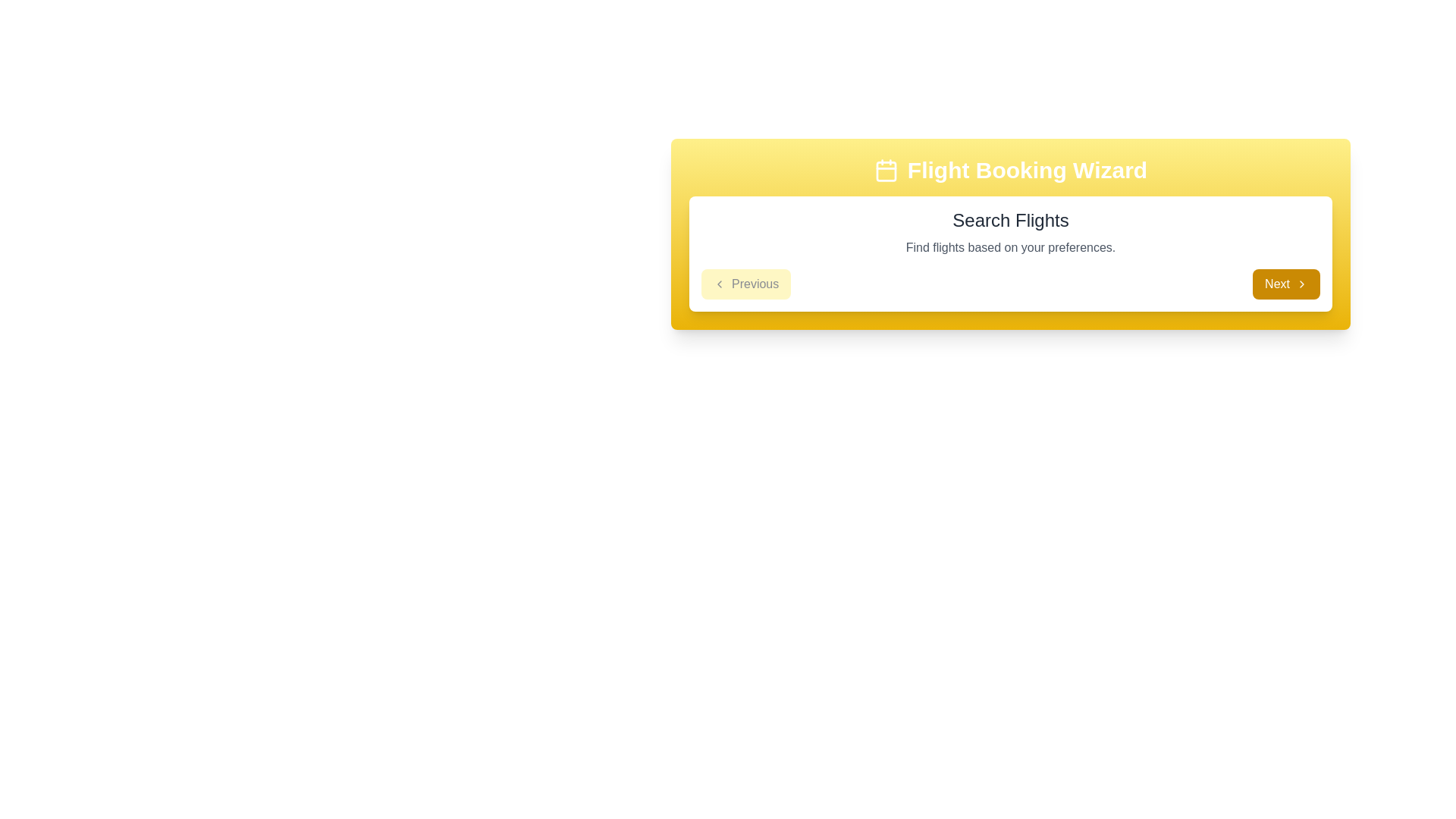  What do you see at coordinates (1285, 284) in the screenshot?
I see `the 'Next' button, which is a rectangular button with rounded corners displaying the text 'Next' in white on a yellow background, to observe the color change` at bounding box center [1285, 284].